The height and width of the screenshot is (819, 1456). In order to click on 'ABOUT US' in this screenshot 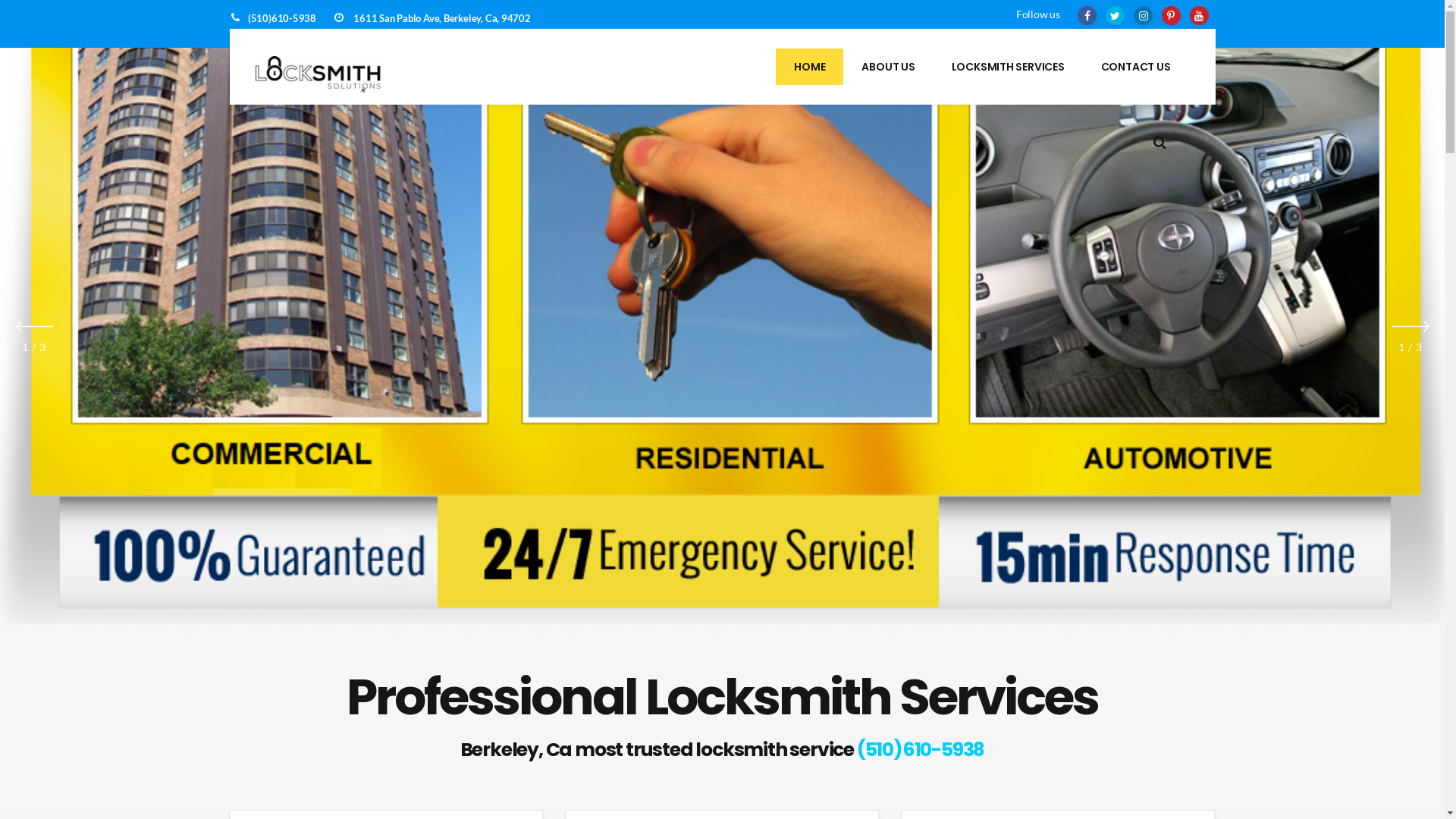, I will do `click(888, 66)`.